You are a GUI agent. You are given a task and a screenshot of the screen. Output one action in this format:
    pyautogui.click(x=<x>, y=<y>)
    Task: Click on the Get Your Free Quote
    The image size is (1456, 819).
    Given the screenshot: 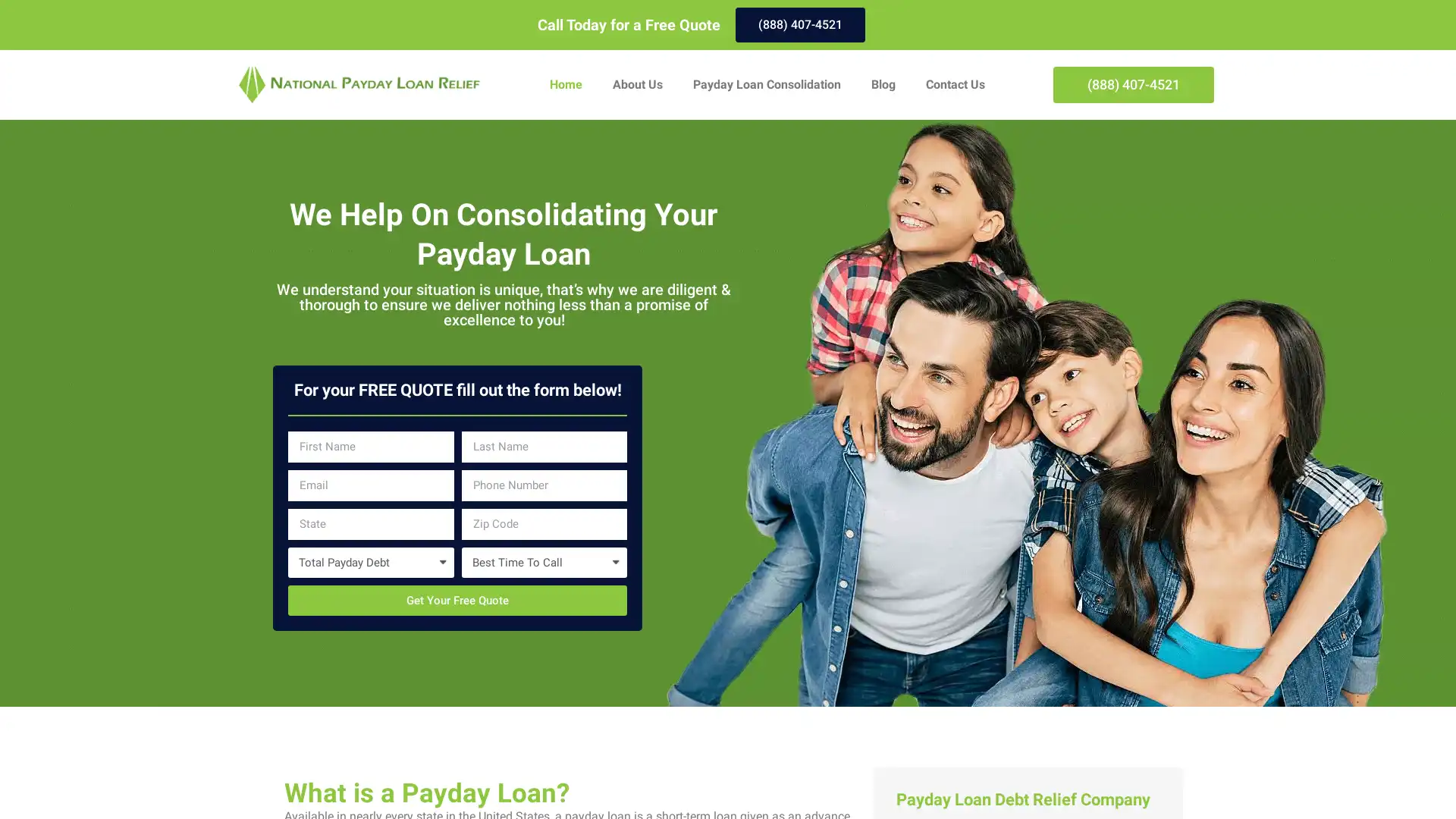 What is the action you would take?
    pyautogui.click(x=457, y=599)
    